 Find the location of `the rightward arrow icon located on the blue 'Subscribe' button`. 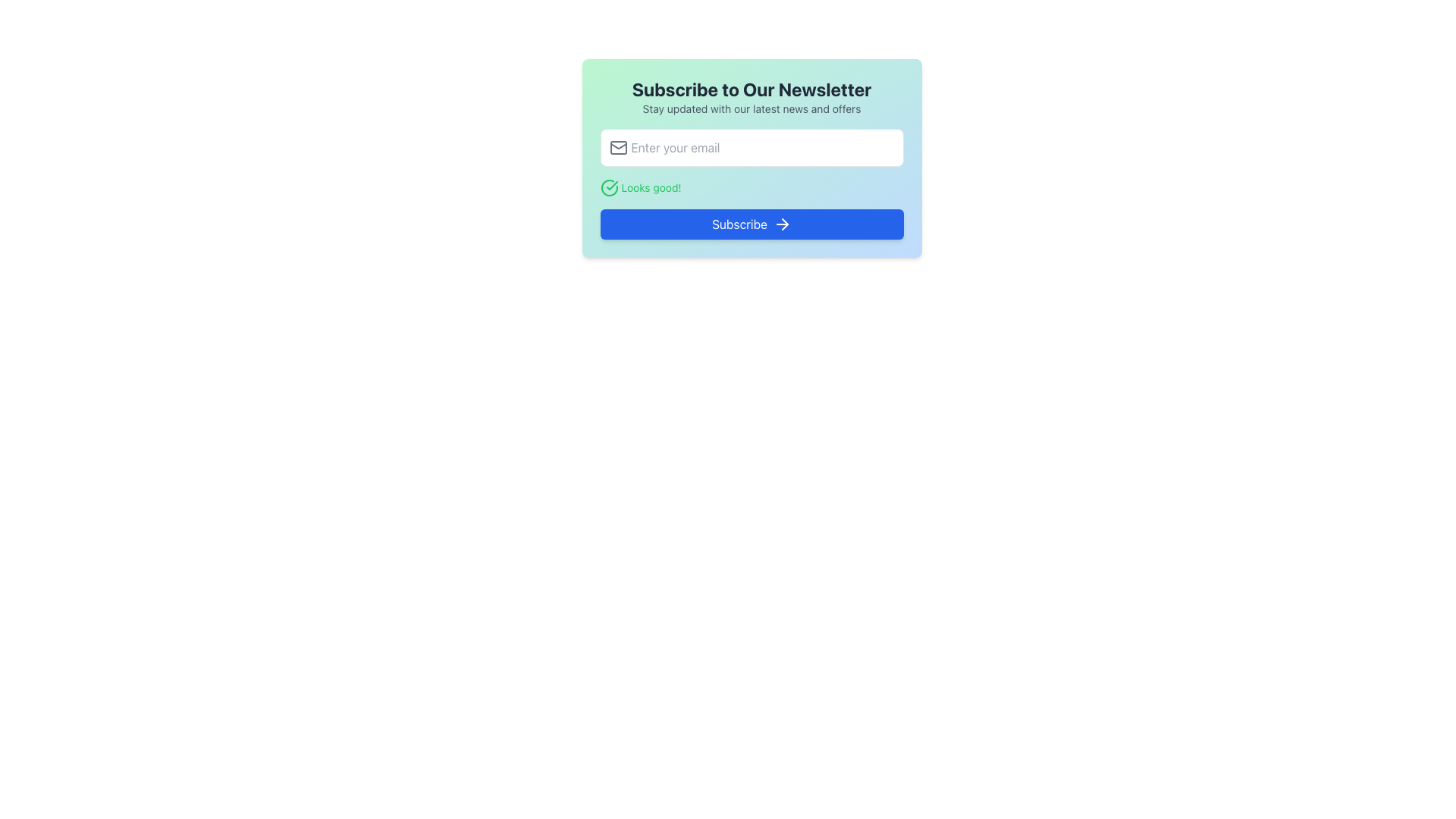

the rightward arrow icon located on the blue 'Subscribe' button is located at coordinates (783, 224).